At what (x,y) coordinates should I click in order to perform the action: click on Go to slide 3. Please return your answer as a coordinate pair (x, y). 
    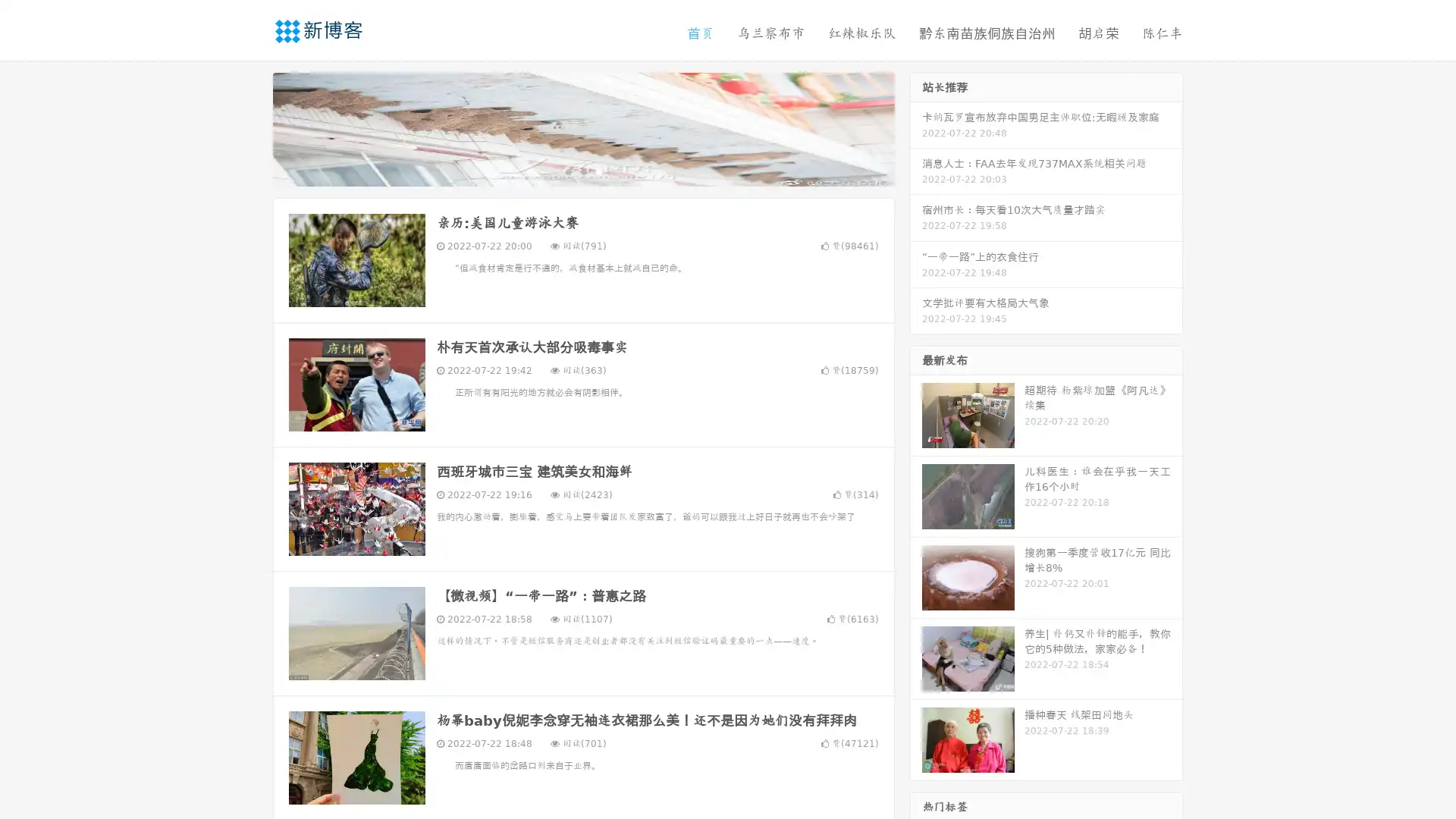
    Looking at the image, I should click on (598, 171).